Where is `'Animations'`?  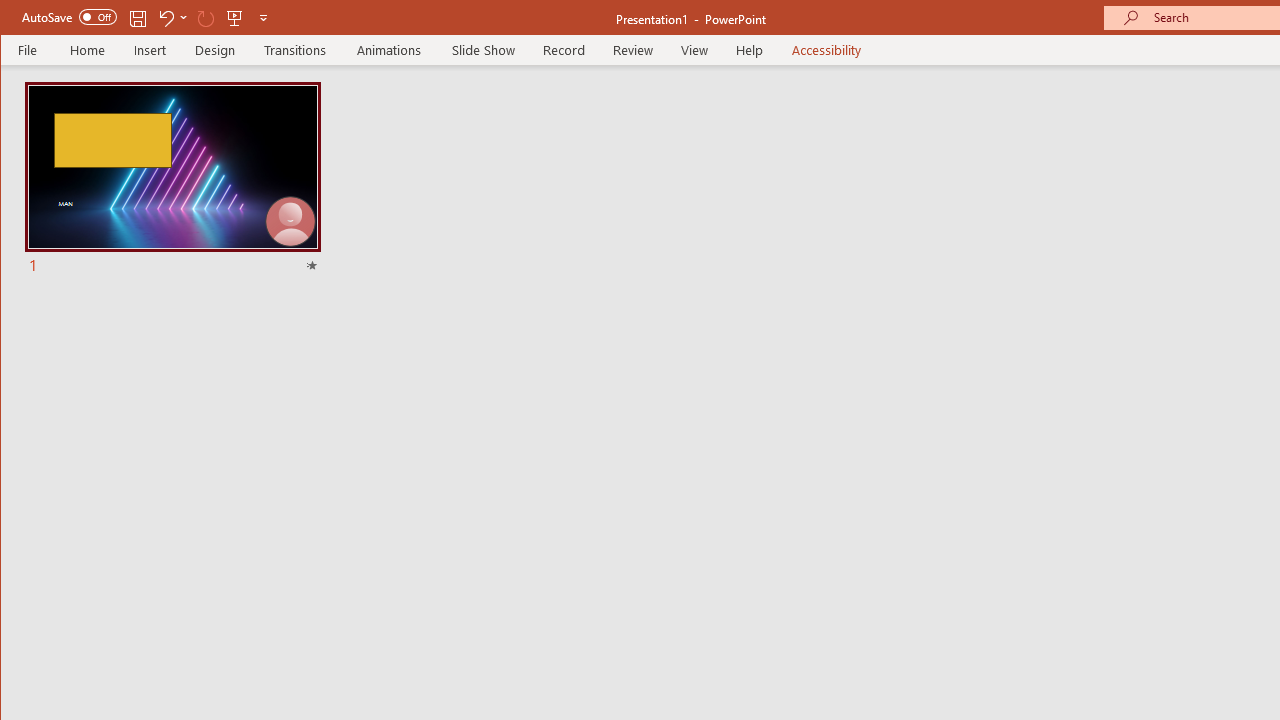 'Animations' is located at coordinates (389, 49).